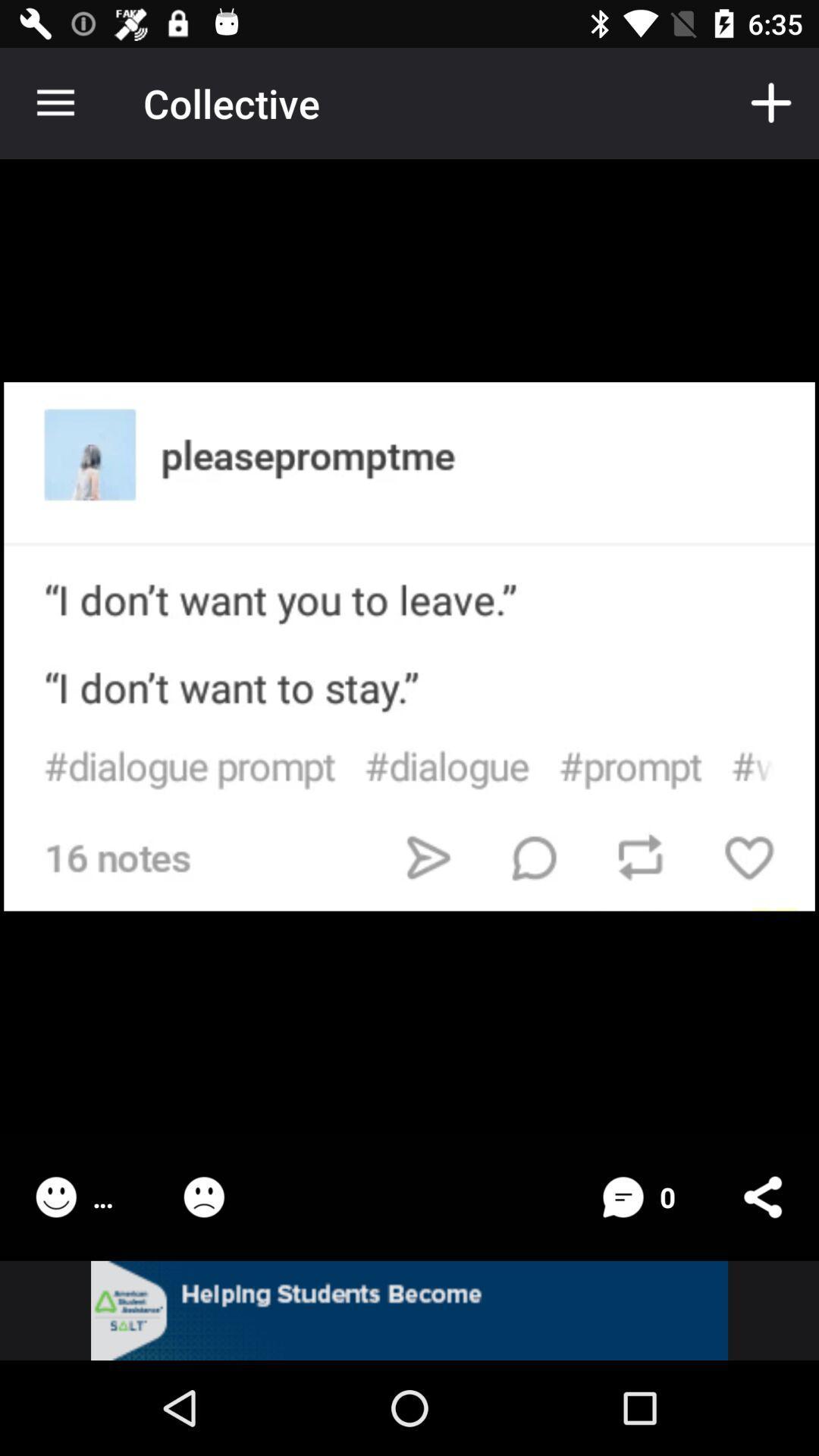 This screenshot has height=1456, width=819. I want to click on the option, so click(409, 1310).